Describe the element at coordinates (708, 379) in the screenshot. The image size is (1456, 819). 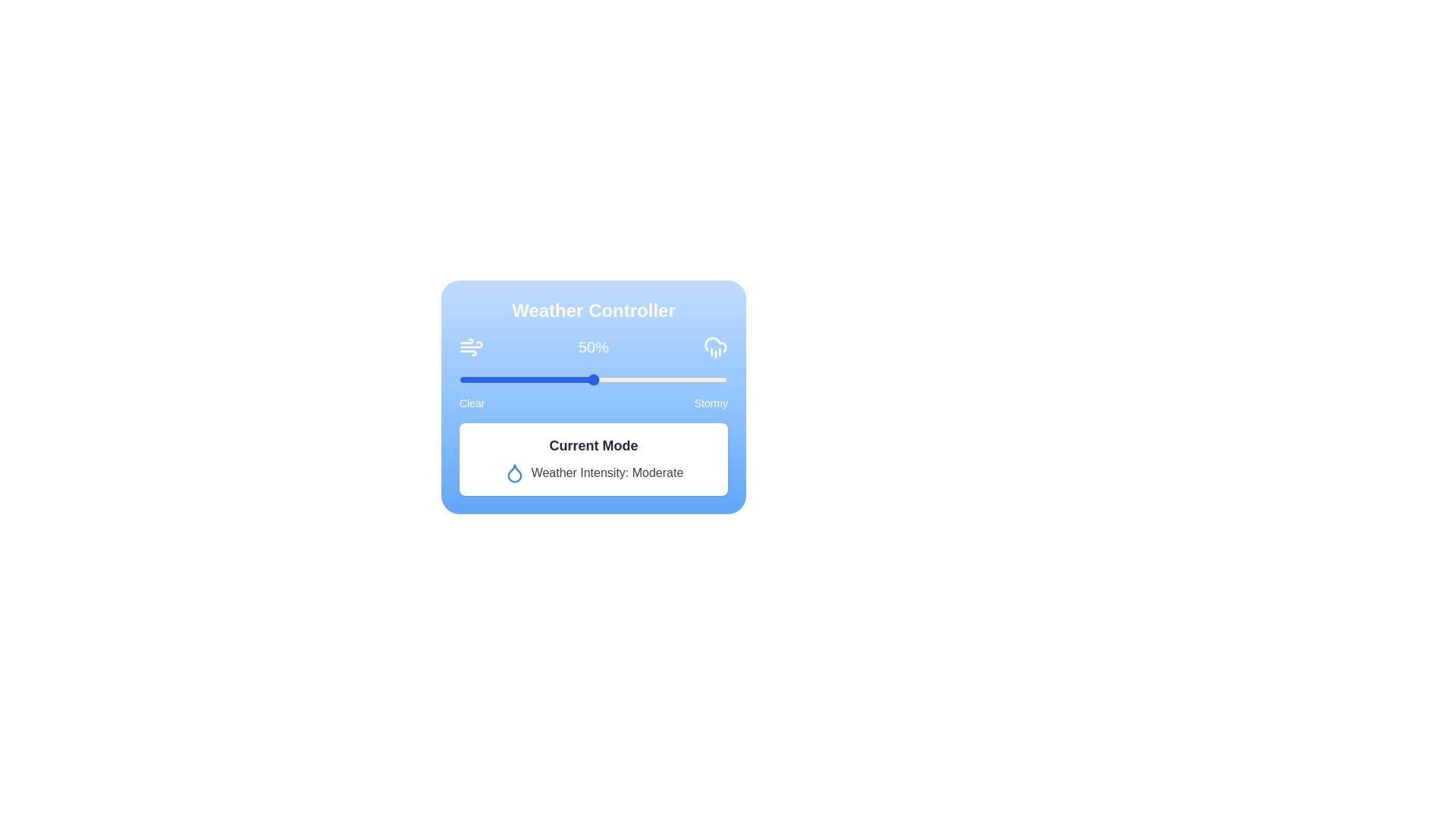
I see `the slider to set the weather intensity to 93%` at that location.